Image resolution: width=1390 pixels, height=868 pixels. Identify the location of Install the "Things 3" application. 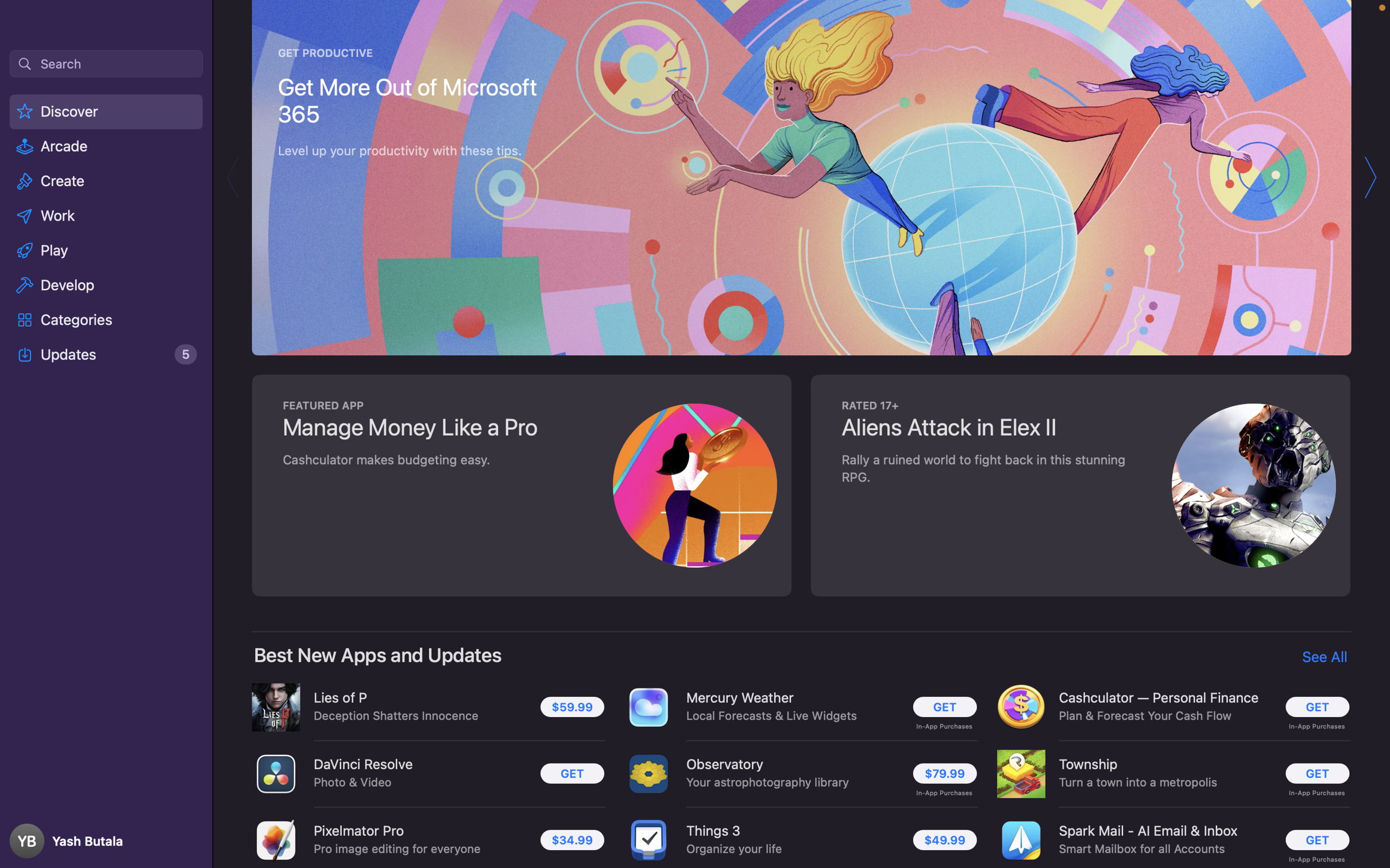
(945, 839).